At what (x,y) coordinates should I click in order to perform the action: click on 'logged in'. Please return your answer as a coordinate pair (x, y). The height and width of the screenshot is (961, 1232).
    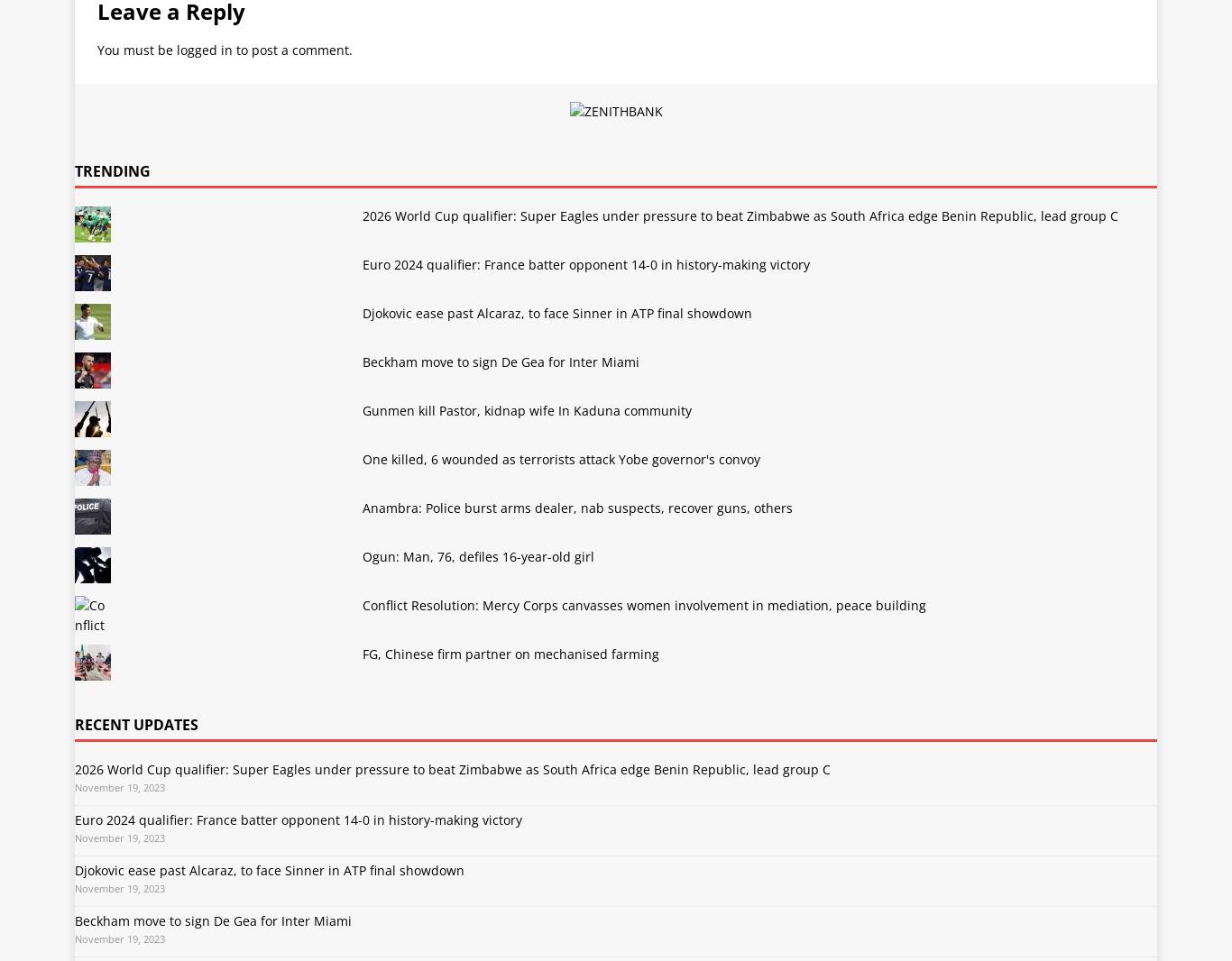
    Looking at the image, I should click on (204, 49).